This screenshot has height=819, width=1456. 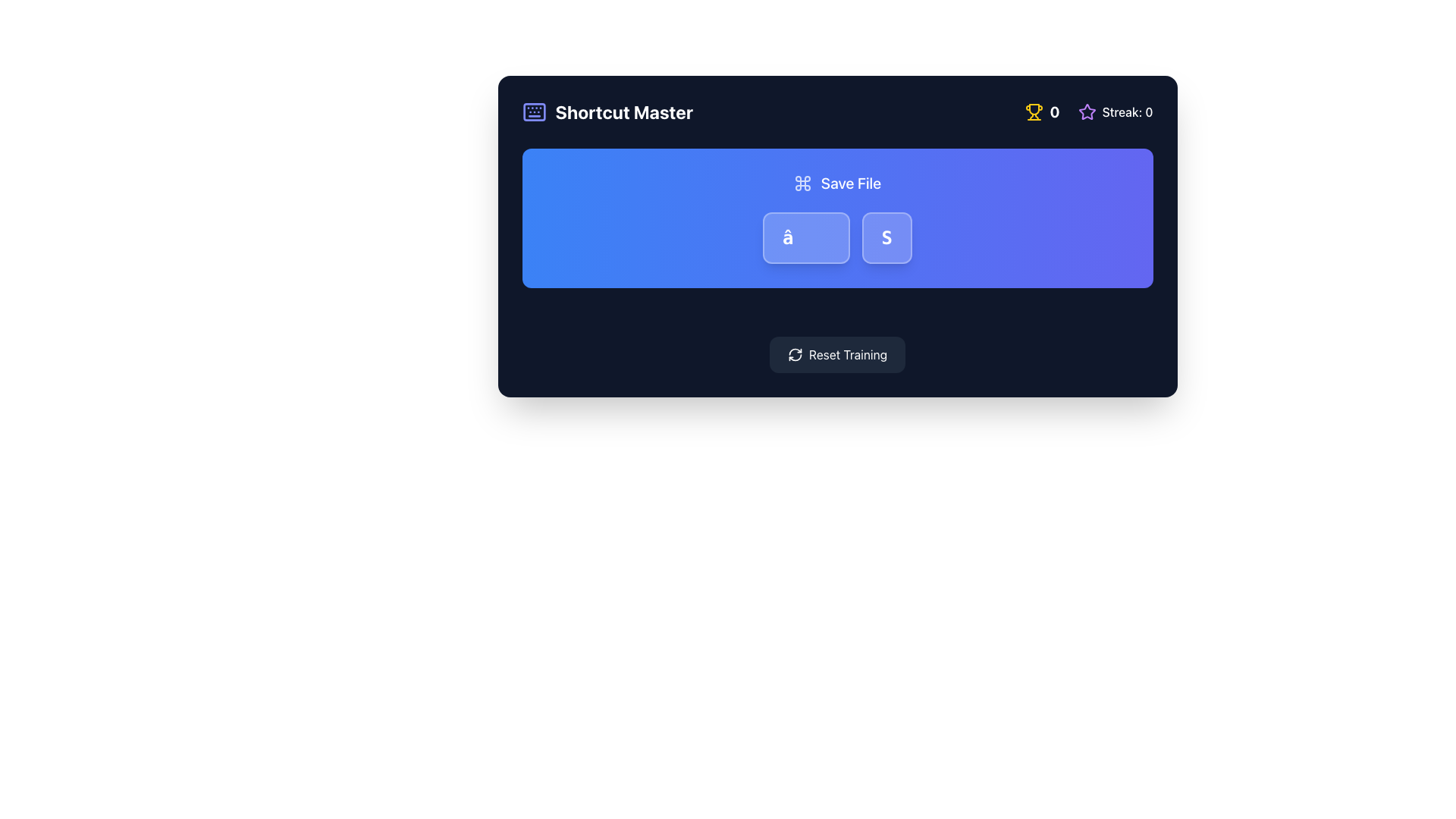 I want to click on the header element displaying 'Shortcut Master', which is located in the top-left corner of the blue background section and is distinct due to its unique content and styling, so click(x=624, y=111).